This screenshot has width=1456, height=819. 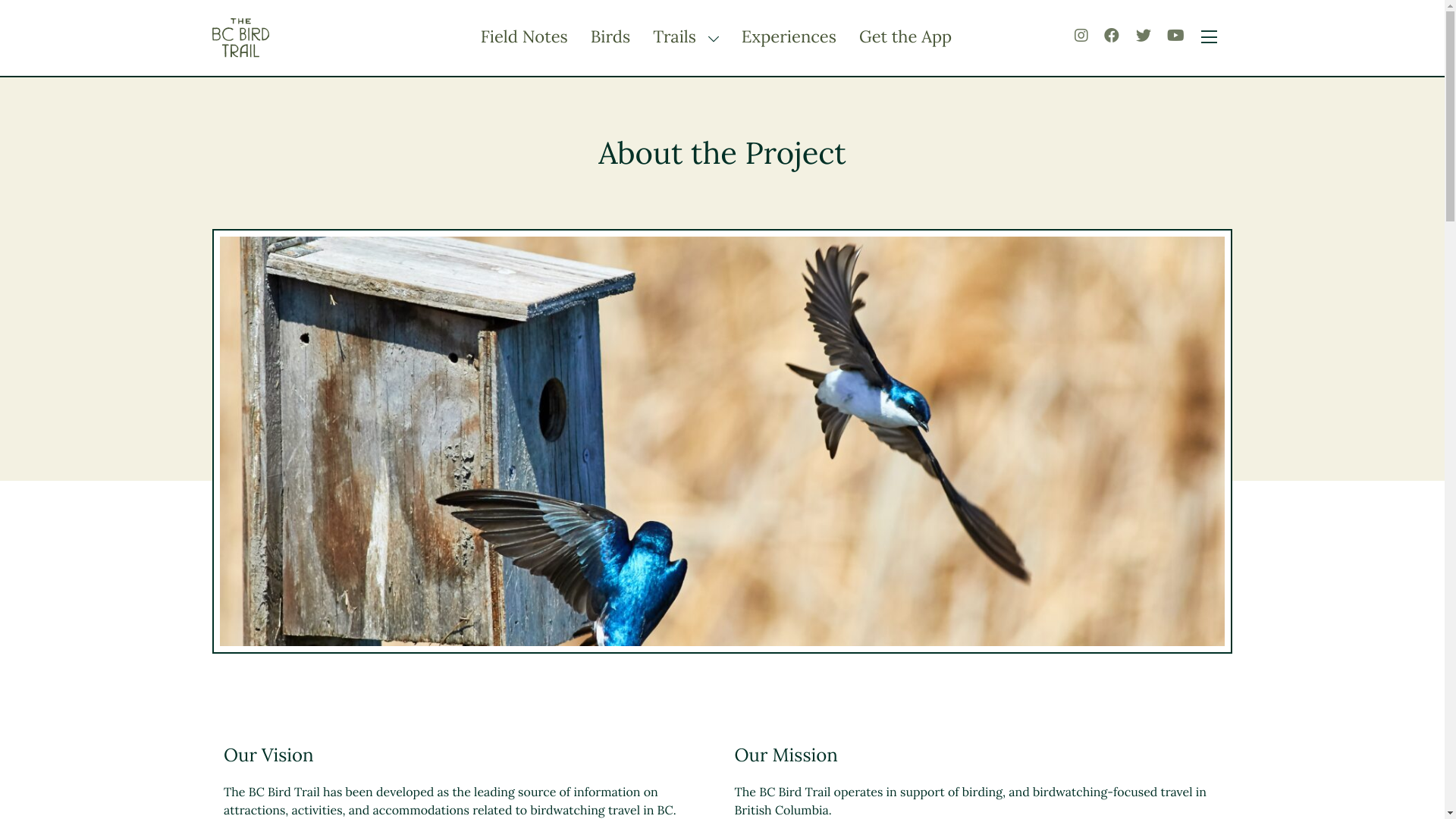 I want to click on 'TOGGLE DROPDOWN', so click(x=709, y=37).